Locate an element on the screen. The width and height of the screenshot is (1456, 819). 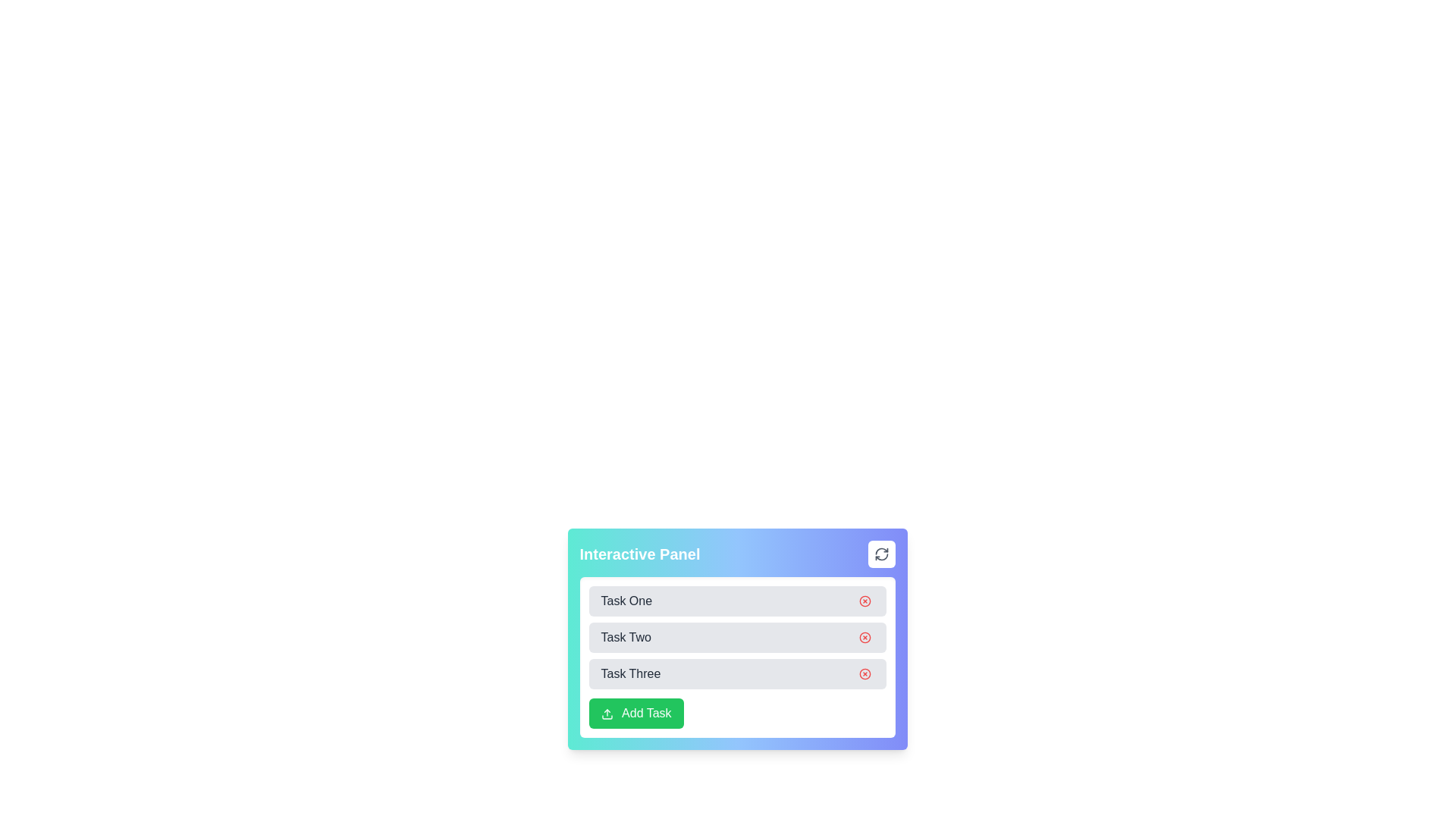
the delete button for the 'Task Three' task located at the far right of its row is located at coordinates (864, 673).